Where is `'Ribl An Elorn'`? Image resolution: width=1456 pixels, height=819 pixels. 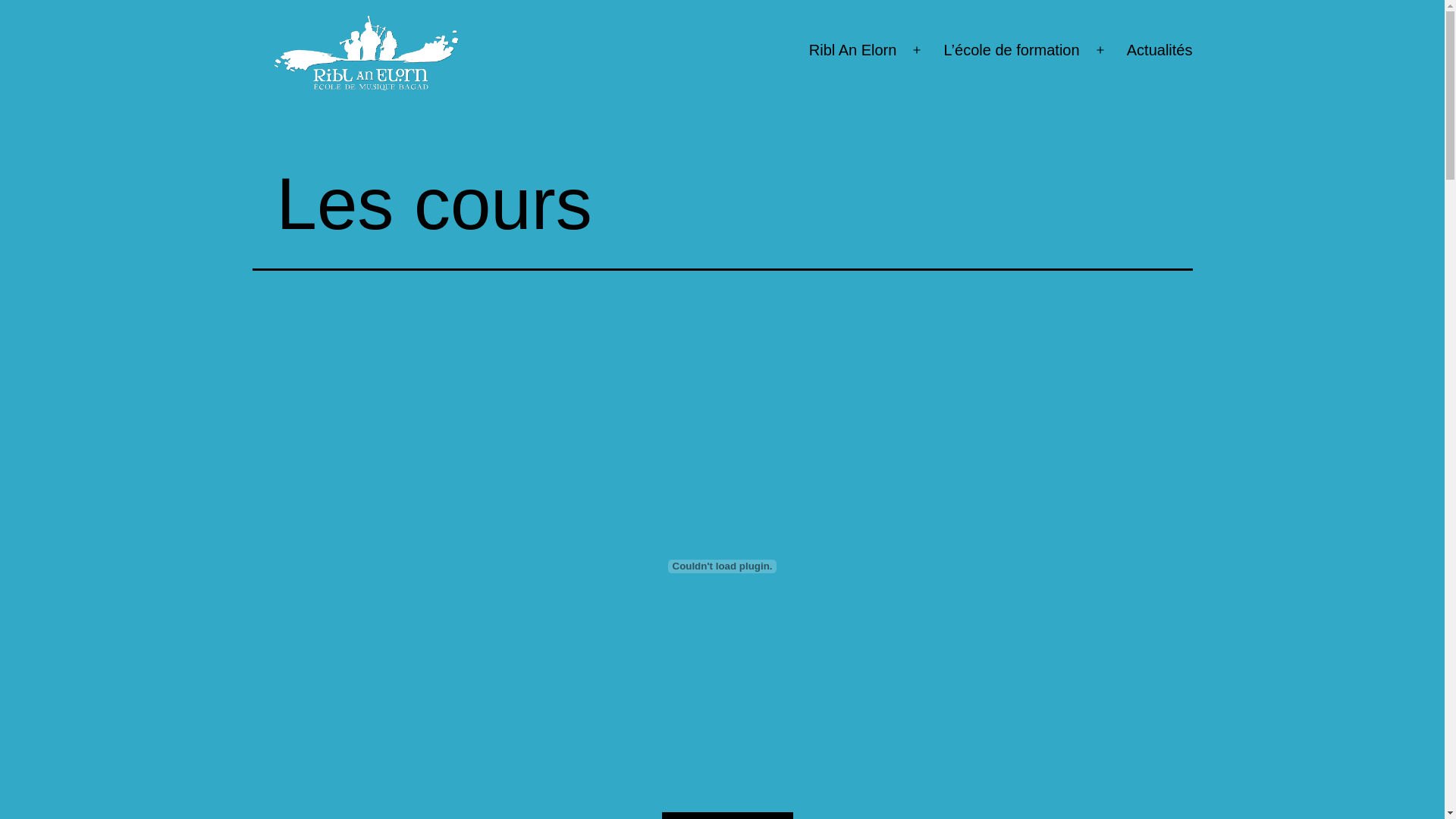 'Ribl An Elorn' is located at coordinates (852, 49).